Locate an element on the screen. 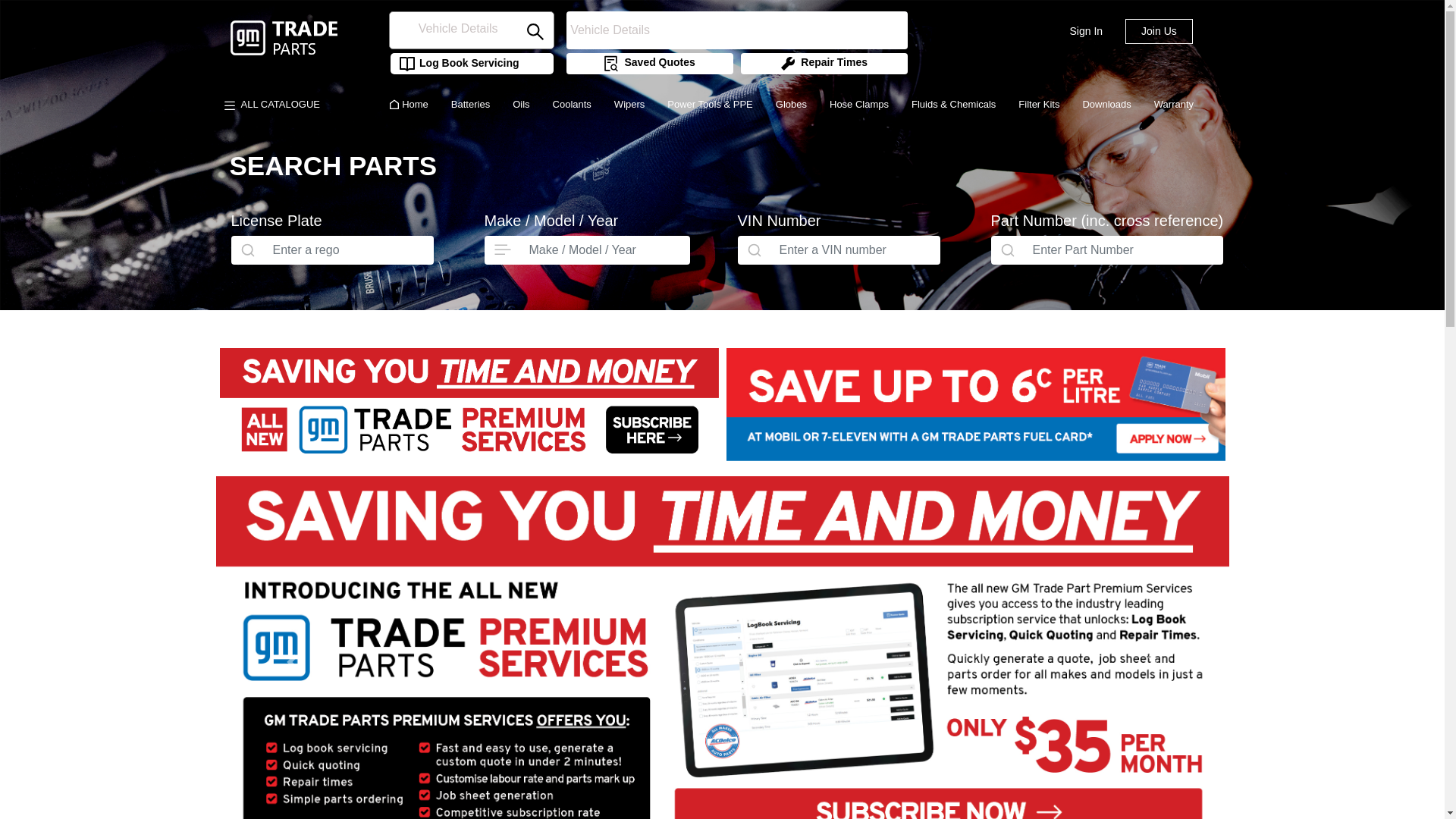 Image resolution: width=1456 pixels, height=819 pixels. 'Log Book Servicing' is located at coordinates (453, 63).